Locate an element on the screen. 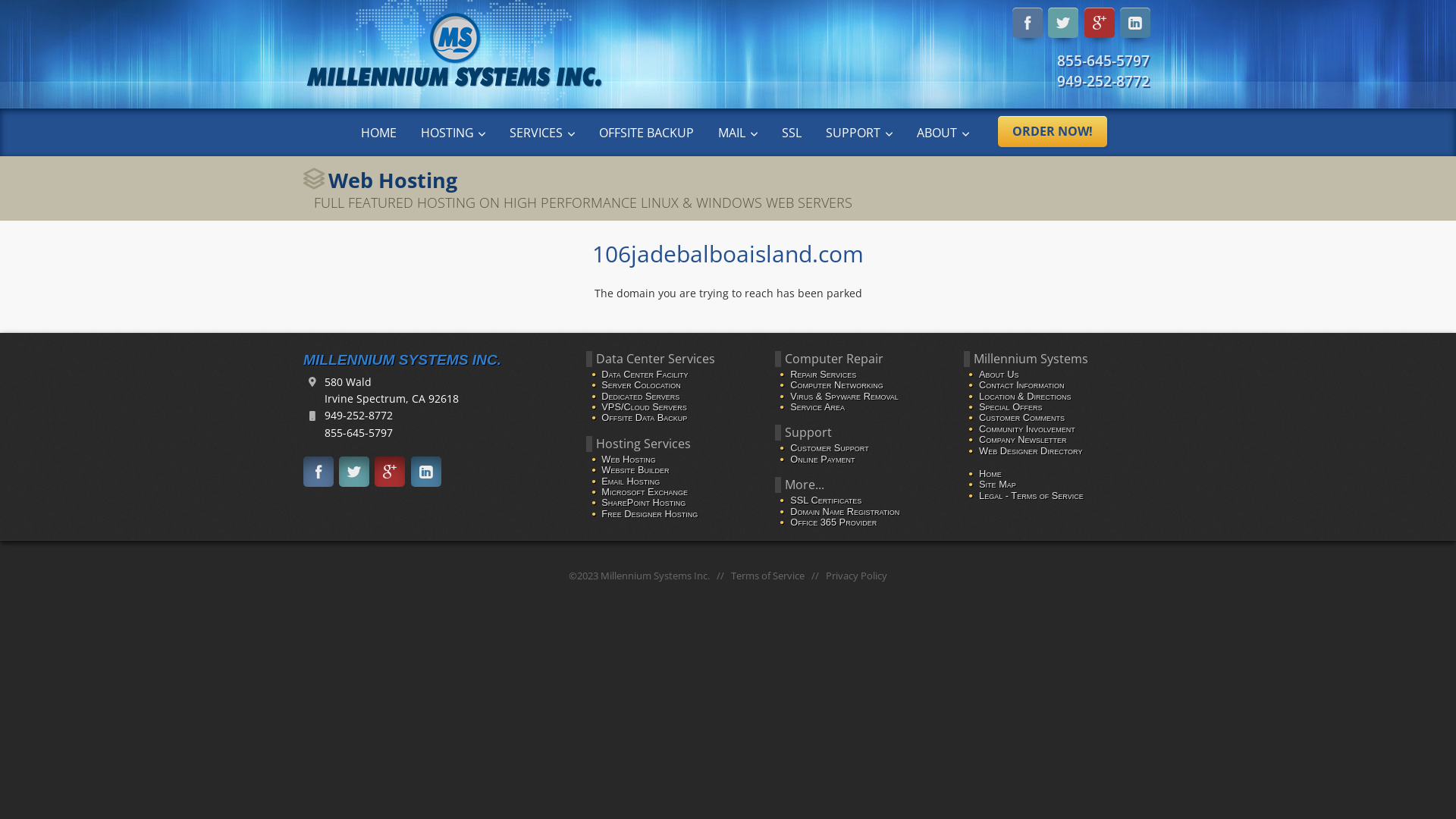 This screenshot has height=819, width=1456. 'Microsoft Exchange' is located at coordinates (644, 491).